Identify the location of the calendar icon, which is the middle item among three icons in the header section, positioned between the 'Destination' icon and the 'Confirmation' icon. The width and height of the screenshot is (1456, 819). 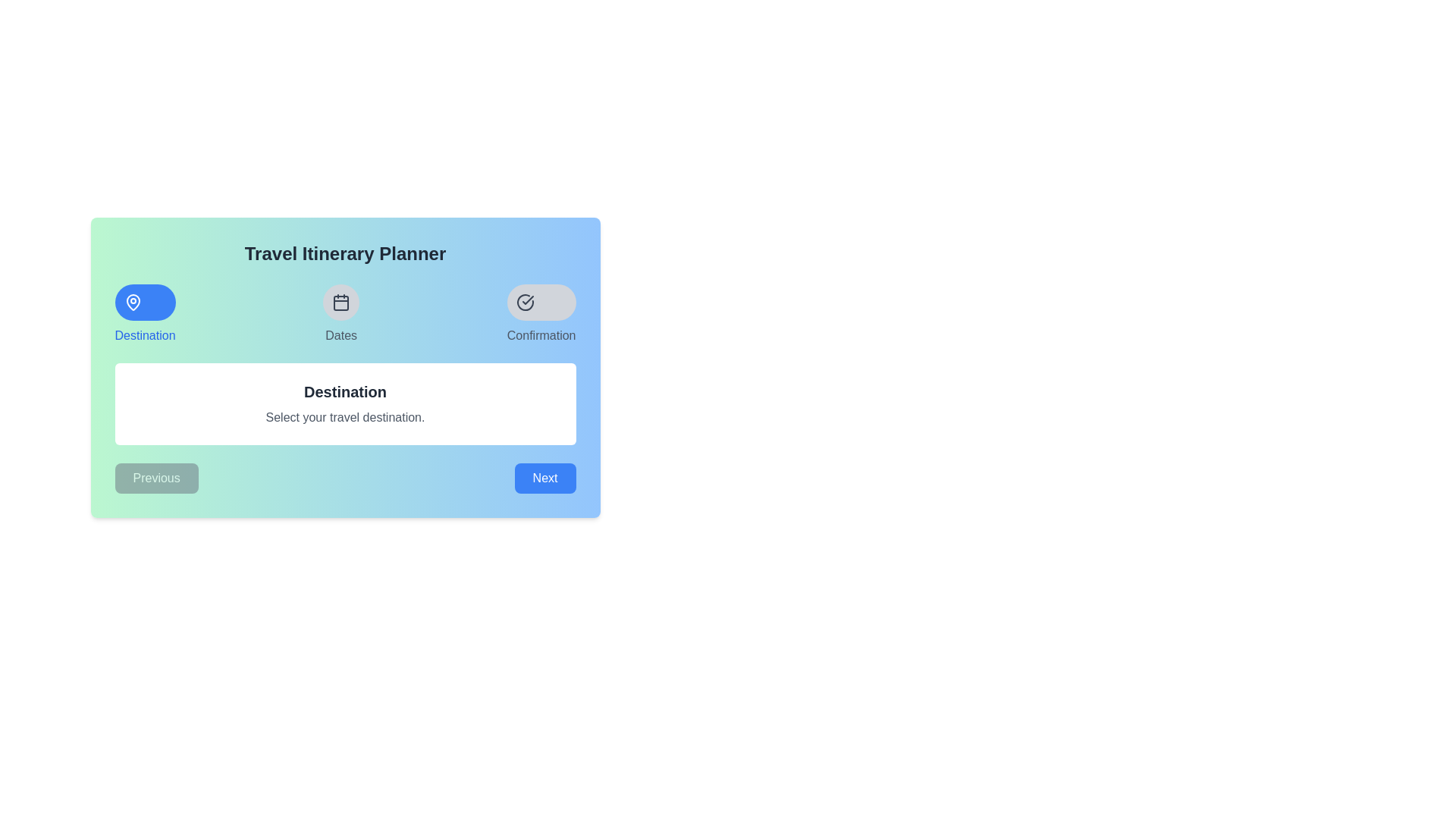
(340, 302).